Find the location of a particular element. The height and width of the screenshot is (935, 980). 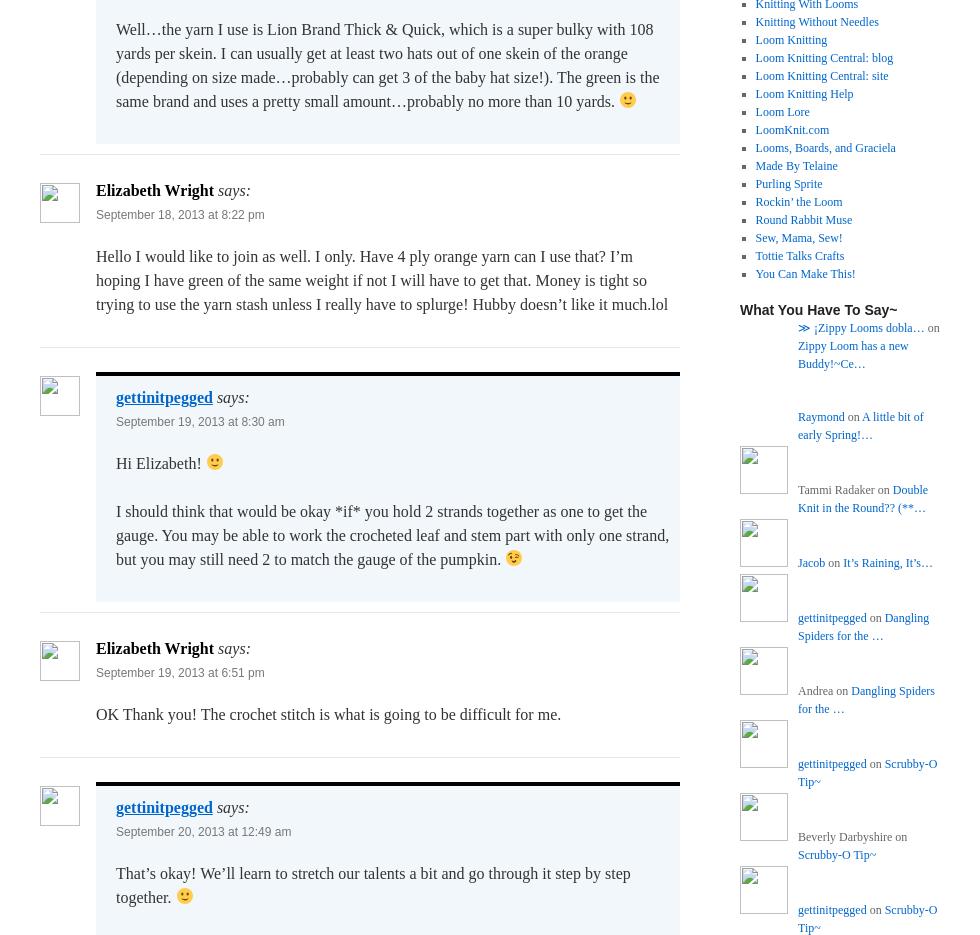

'You Can Make This!' is located at coordinates (804, 272).